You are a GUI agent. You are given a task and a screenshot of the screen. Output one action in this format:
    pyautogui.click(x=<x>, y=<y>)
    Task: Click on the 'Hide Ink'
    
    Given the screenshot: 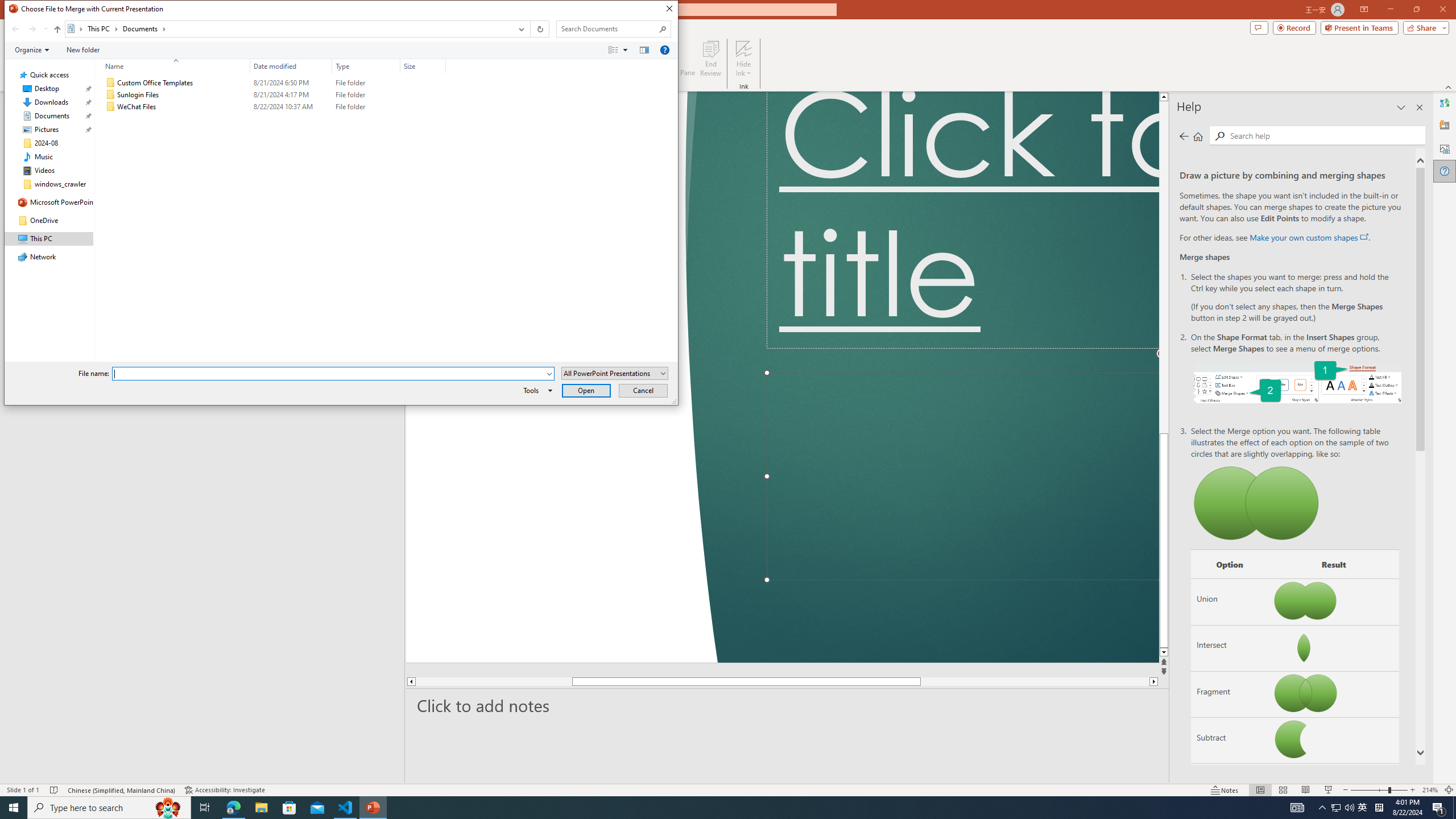 What is the action you would take?
    pyautogui.click(x=744, y=59)
    